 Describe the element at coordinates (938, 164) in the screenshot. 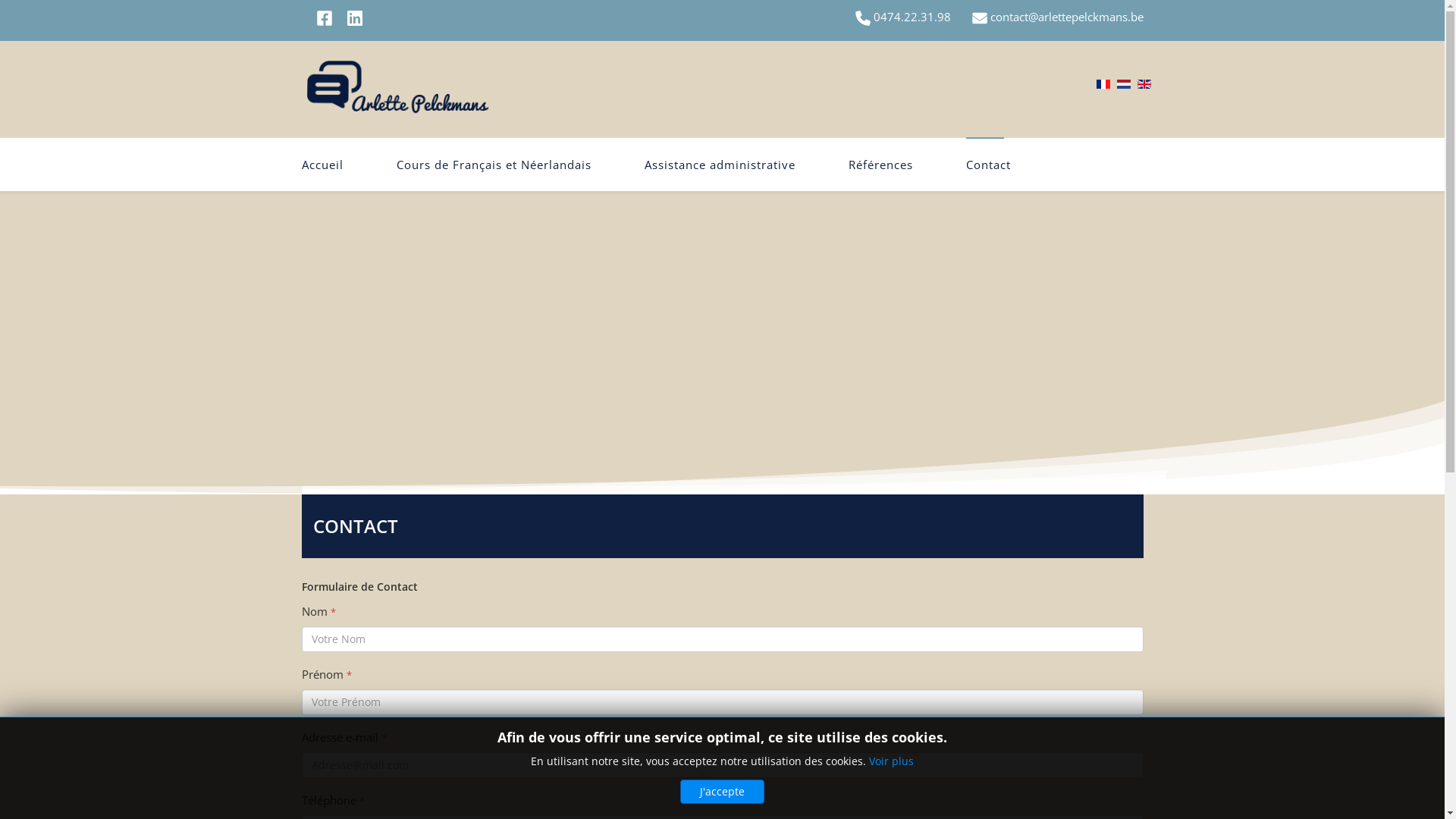

I see `'Contact'` at that location.